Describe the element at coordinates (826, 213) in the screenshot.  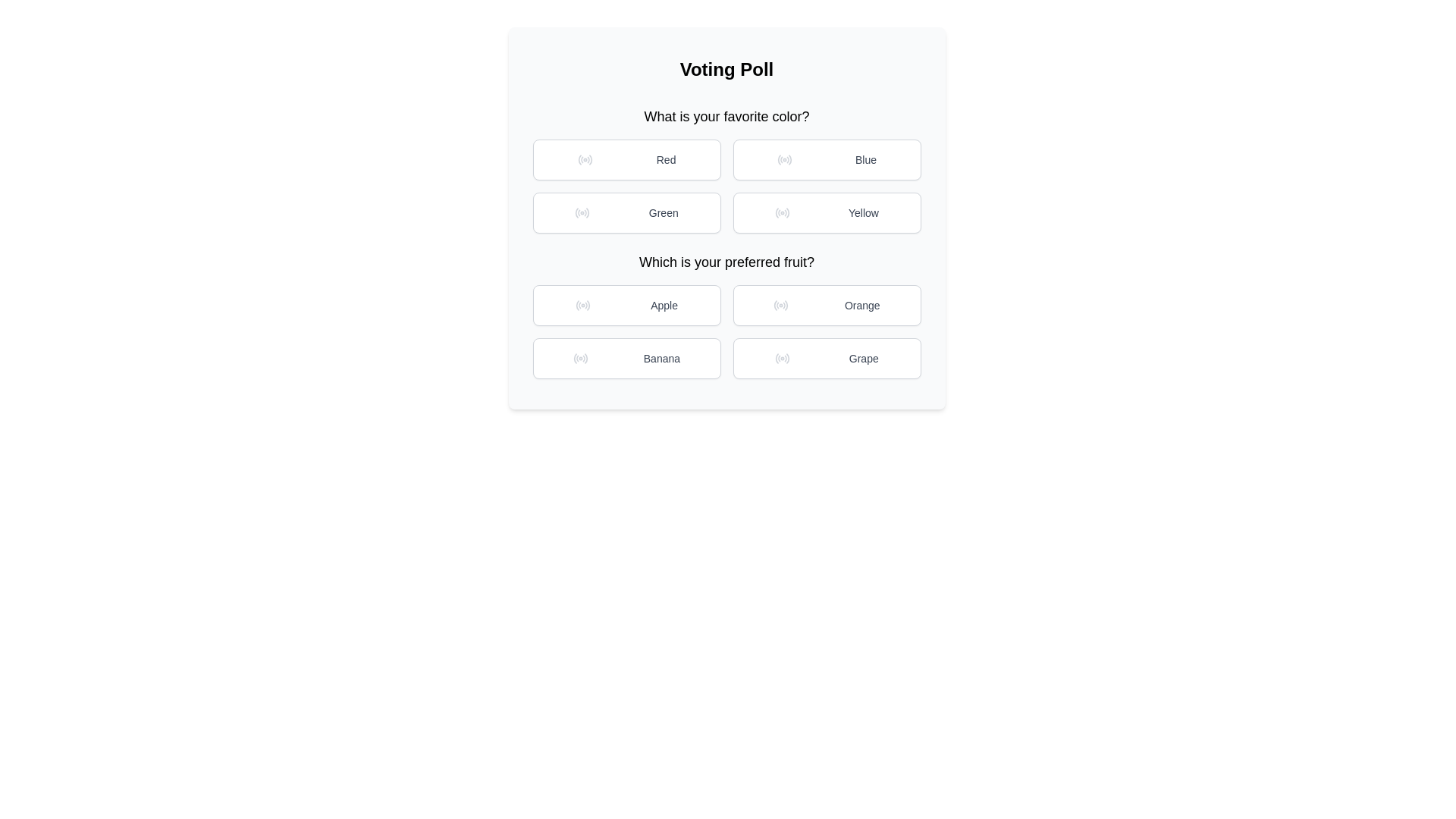
I see `the 'Yellow' selectable button with radiobutton functionality` at that location.